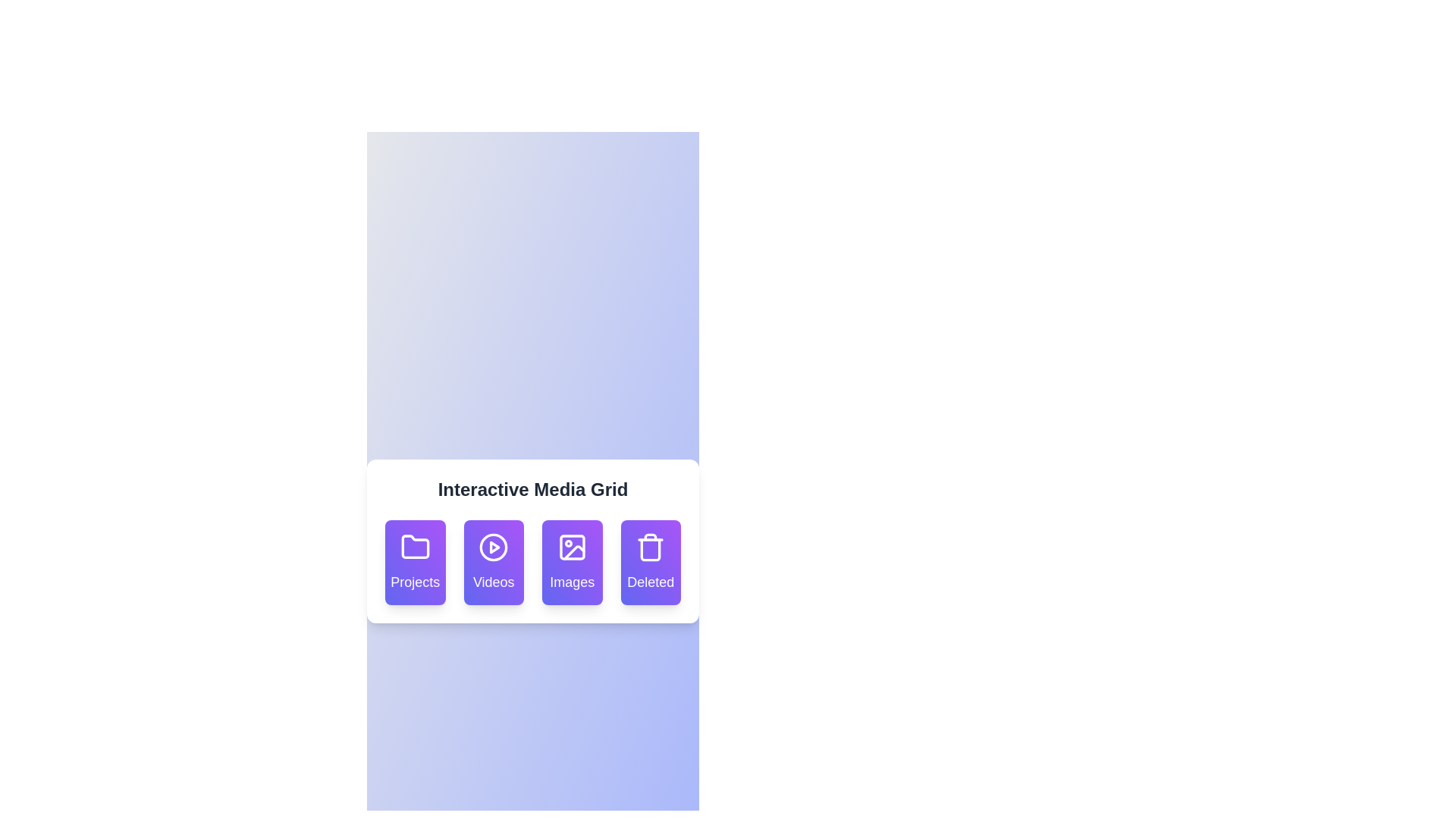 The image size is (1456, 819). Describe the element at coordinates (415, 547) in the screenshot. I see `the folder icon with a gradient purple background located in the center of the 'Projects' card` at that location.